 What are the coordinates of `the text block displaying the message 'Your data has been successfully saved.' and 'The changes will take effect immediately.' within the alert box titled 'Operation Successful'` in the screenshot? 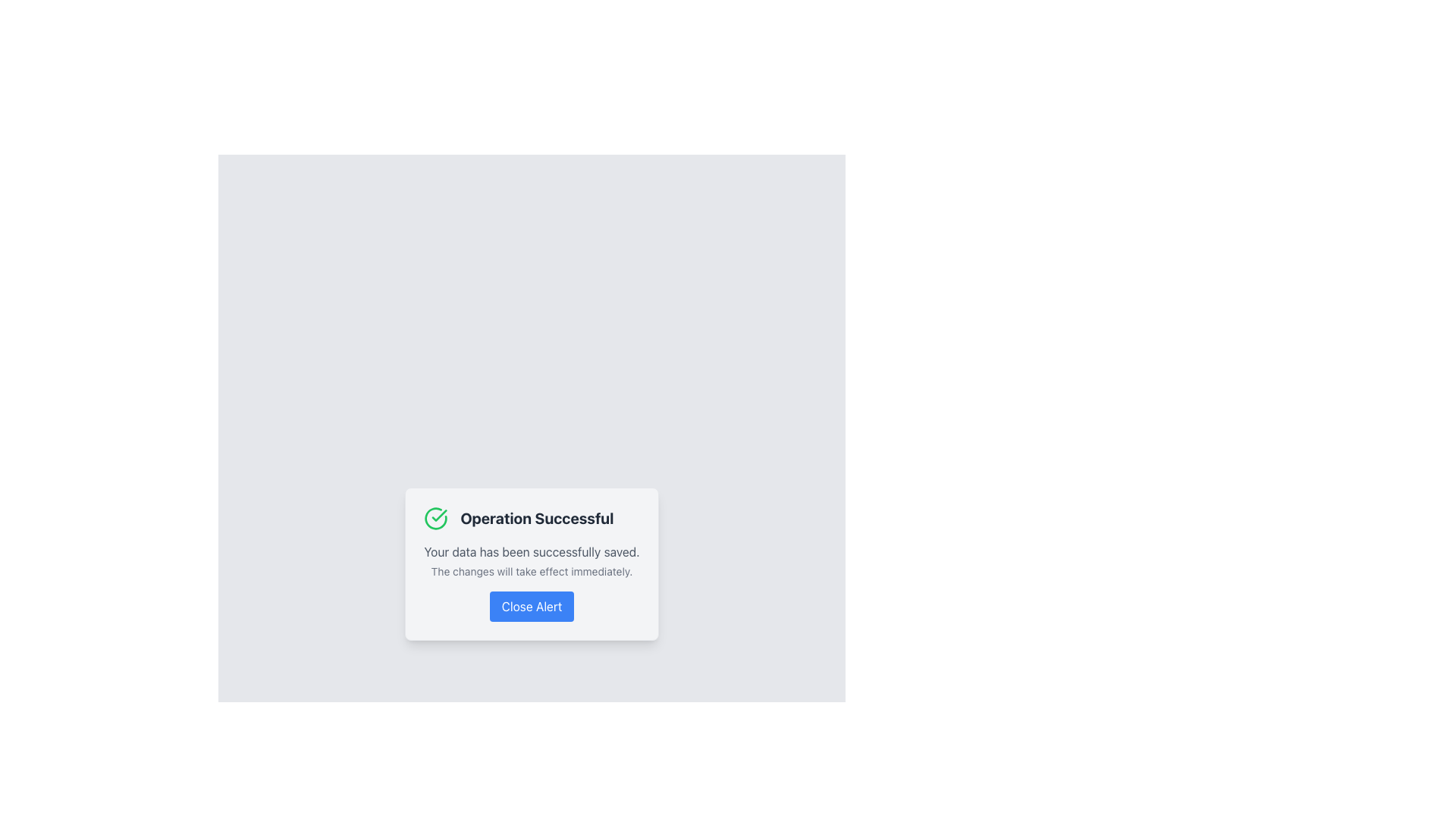 It's located at (532, 561).